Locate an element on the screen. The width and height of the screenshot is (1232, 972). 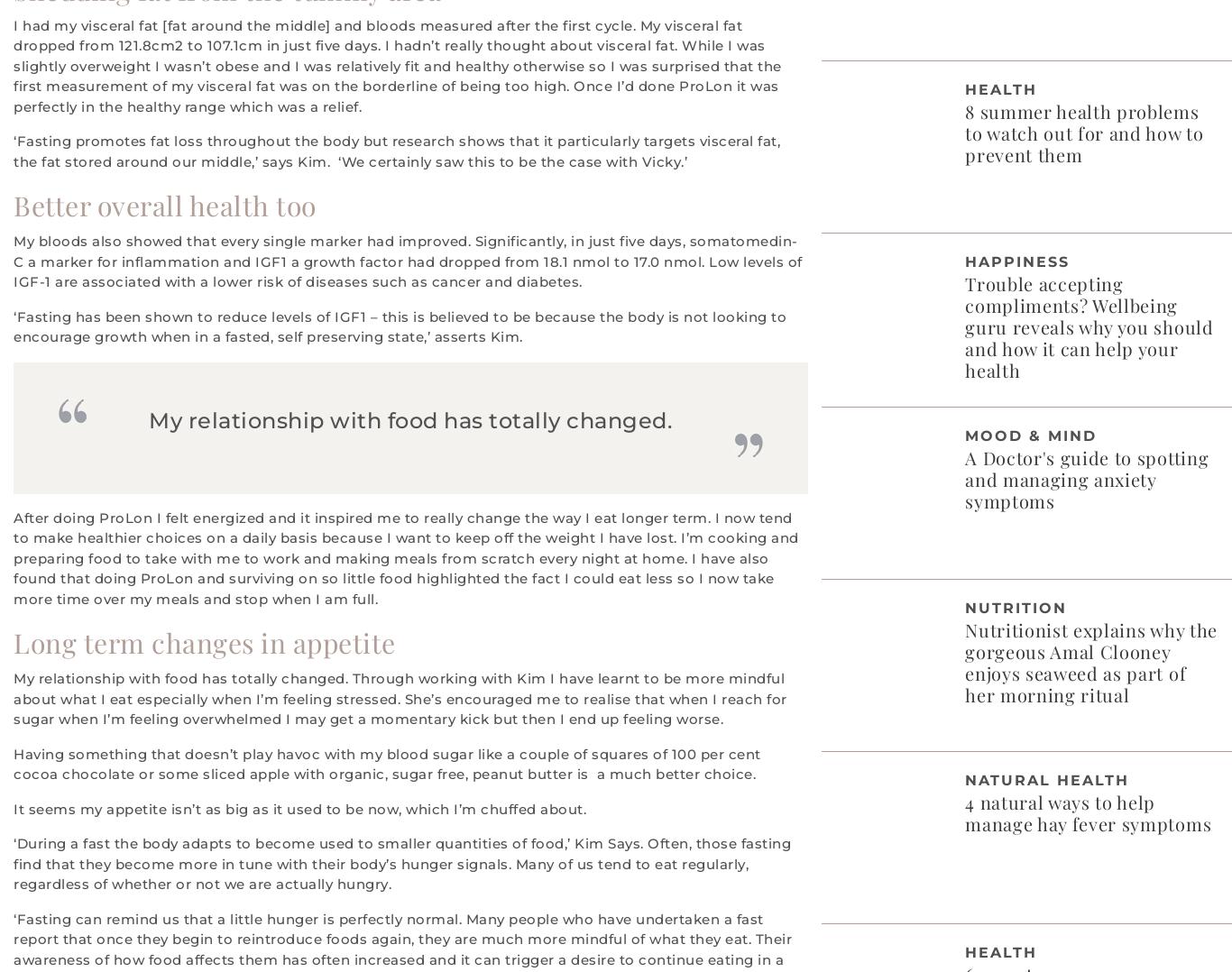
'My relationship with food has totally changed. Through working with Kim I have learnt to be more mindful about what I eat especially when I’m feeling stressed. She’s encouraged me to realise that when I reach for sugar when I’m feeling overwhelmed I may get a momentary kick but then I end up feeling worse.' is located at coordinates (399, 697).